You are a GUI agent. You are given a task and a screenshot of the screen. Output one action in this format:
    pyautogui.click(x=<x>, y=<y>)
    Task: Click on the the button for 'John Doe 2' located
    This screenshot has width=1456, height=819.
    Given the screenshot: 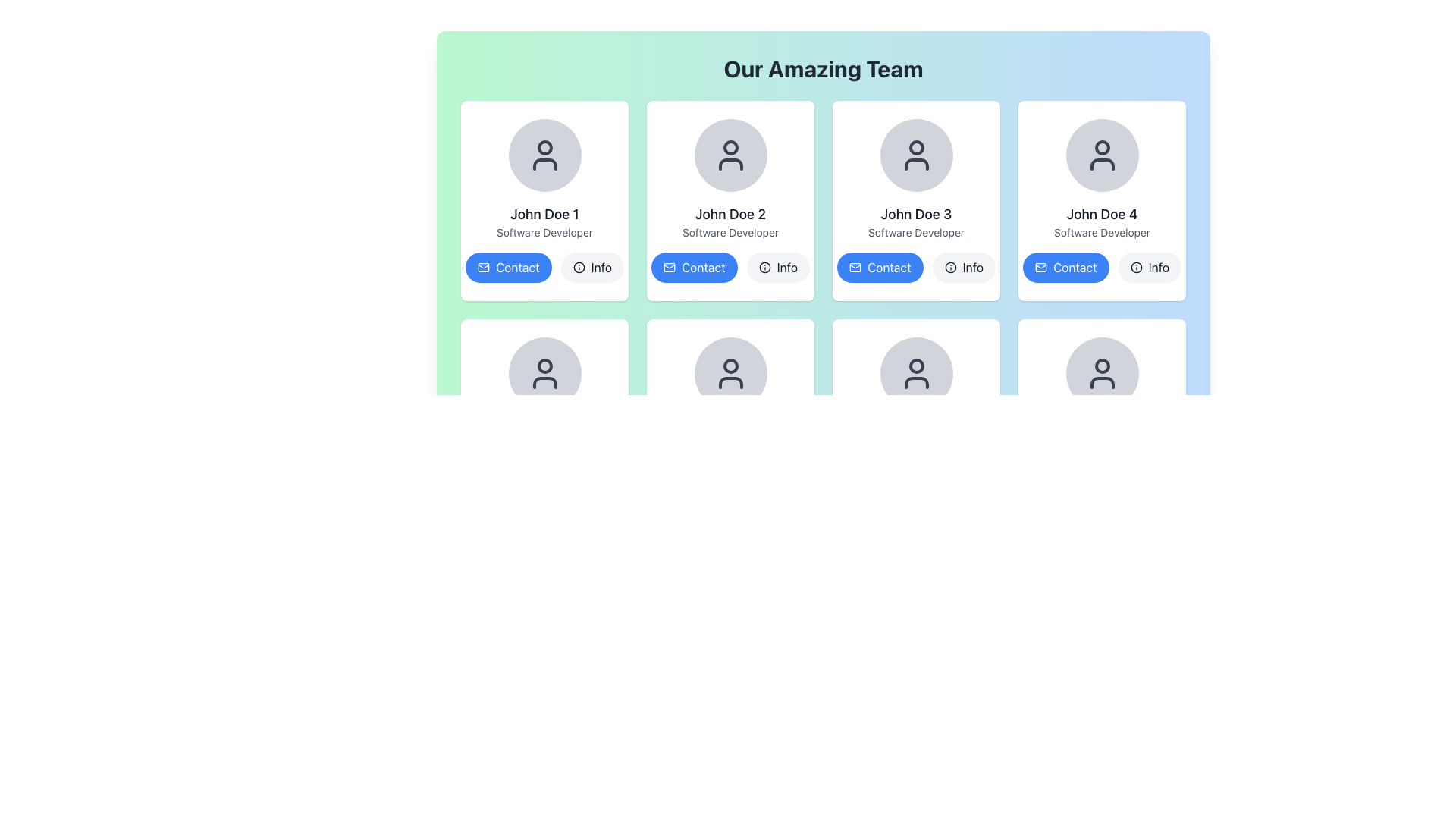 What is the action you would take?
    pyautogui.click(x=778, y=267)
    